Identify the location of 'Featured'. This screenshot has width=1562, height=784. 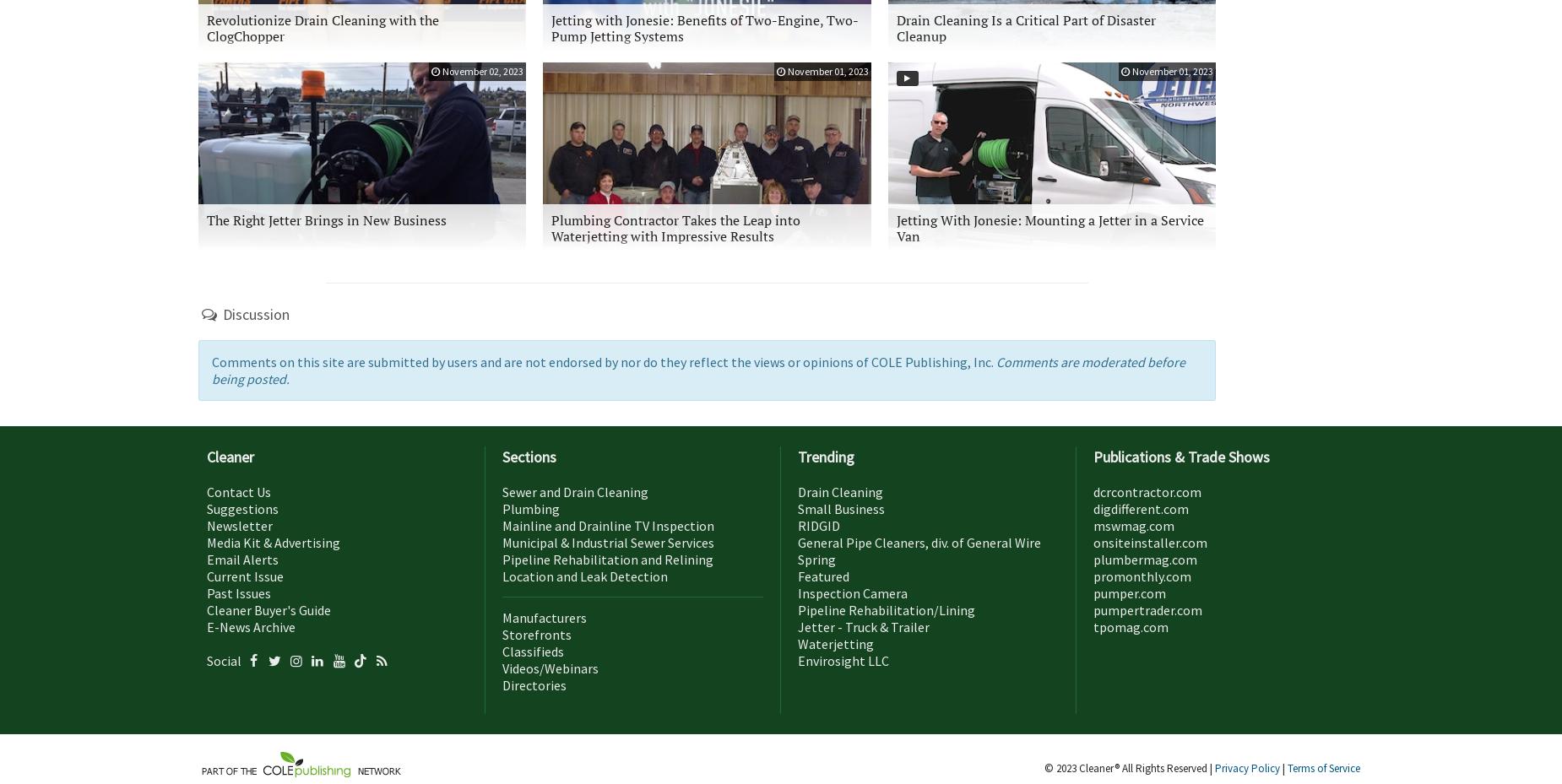
(822, 575).